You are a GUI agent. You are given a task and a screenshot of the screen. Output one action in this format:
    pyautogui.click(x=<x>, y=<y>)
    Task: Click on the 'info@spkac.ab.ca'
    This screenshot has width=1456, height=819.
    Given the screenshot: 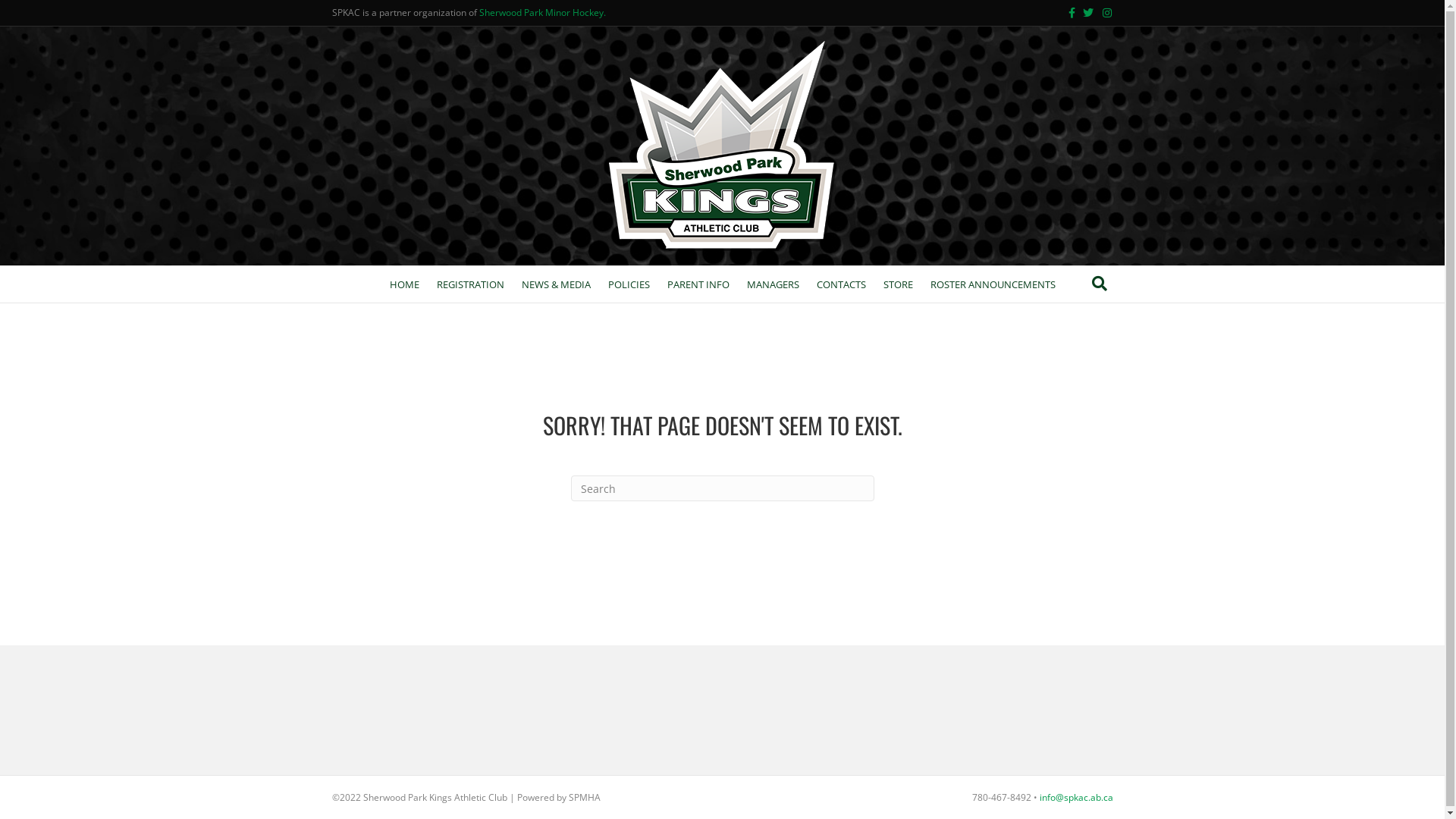 What is the action you would take?
    pyautogui.click(x=1037, y=796)
    